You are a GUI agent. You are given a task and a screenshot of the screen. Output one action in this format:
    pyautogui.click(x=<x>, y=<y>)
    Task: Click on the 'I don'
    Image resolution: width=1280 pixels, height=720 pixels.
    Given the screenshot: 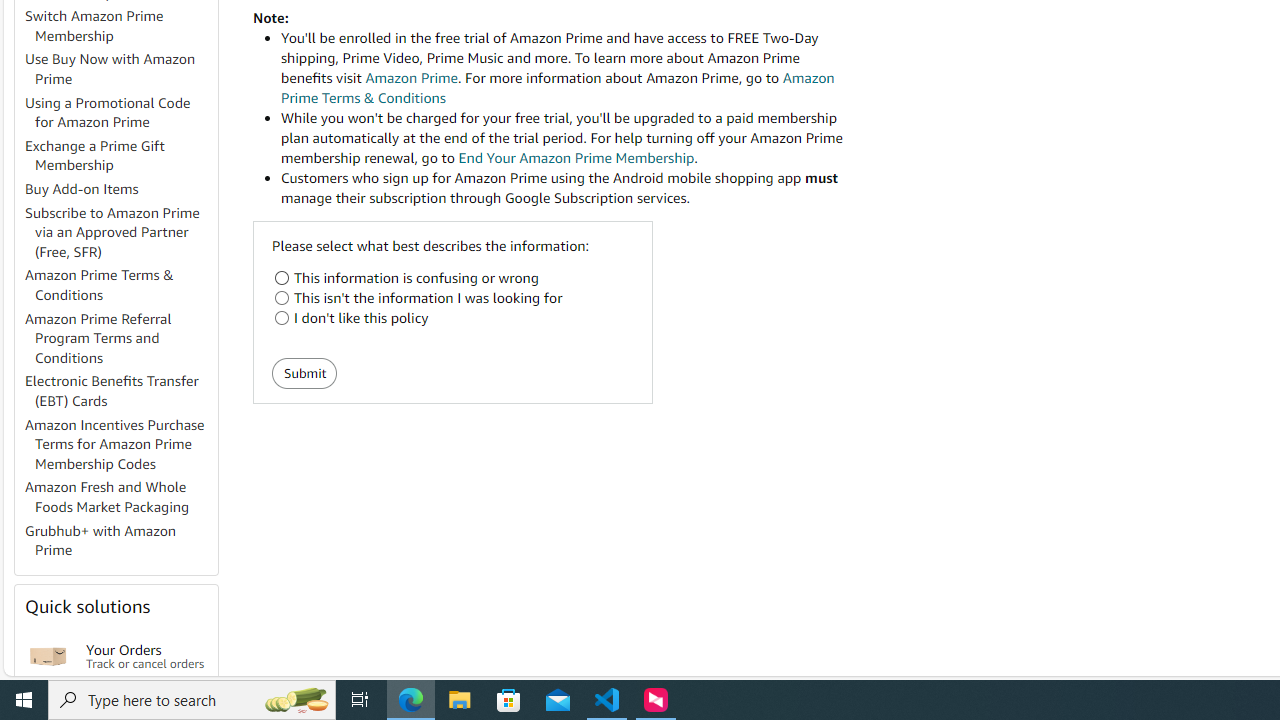 What is the action you would take?
    pyautogui.click(x=281, y=317)
    